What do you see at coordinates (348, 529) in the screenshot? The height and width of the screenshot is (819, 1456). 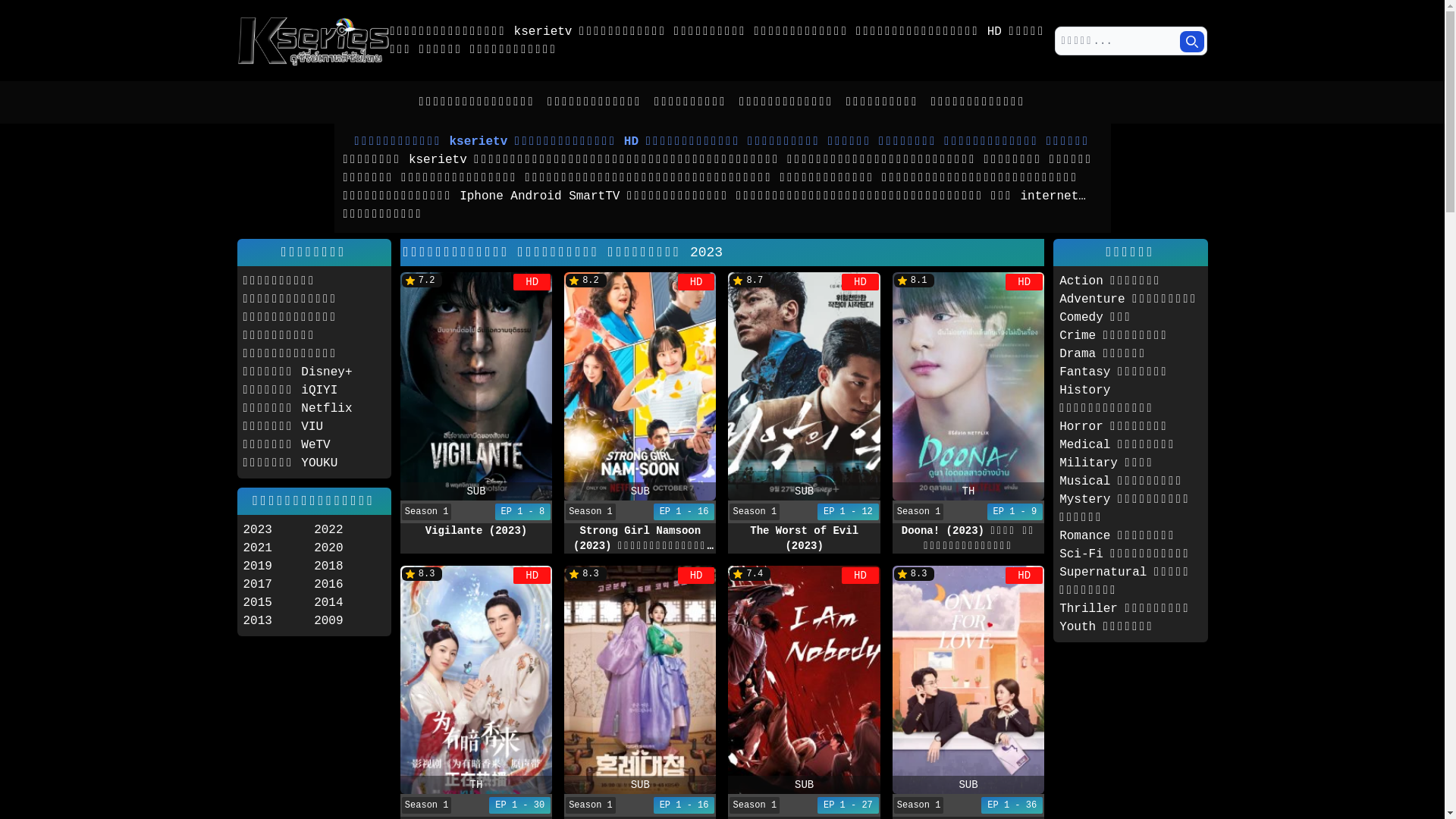 I see `'2022'` at bounding box center [348, 529].